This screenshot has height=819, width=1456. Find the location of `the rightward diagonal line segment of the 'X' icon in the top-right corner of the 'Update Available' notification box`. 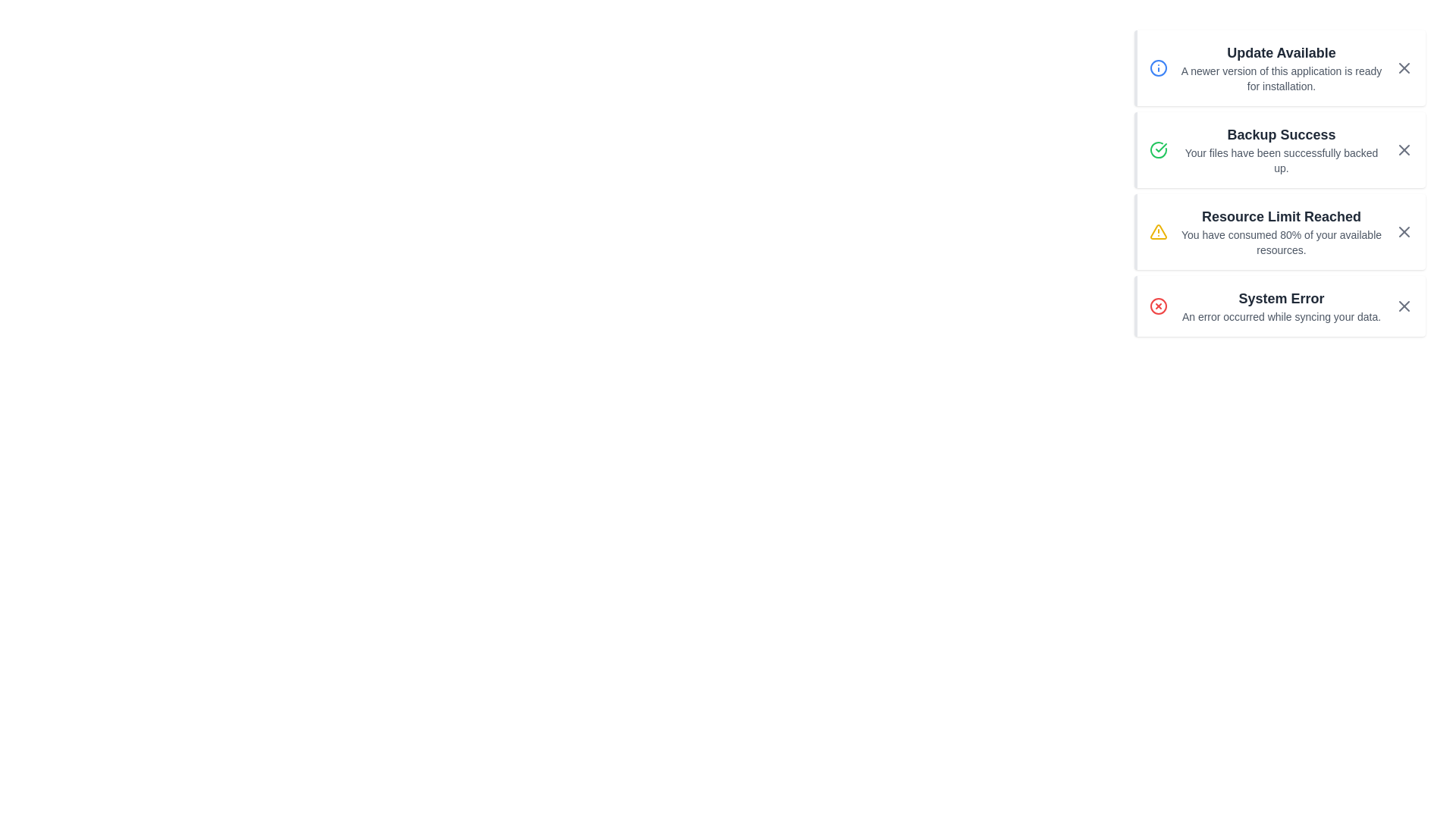

the rightward diagonal line segment of the 'X' icon in the top-right corner of the 'Update Available' notification box is located at coordinates (1404, 67).